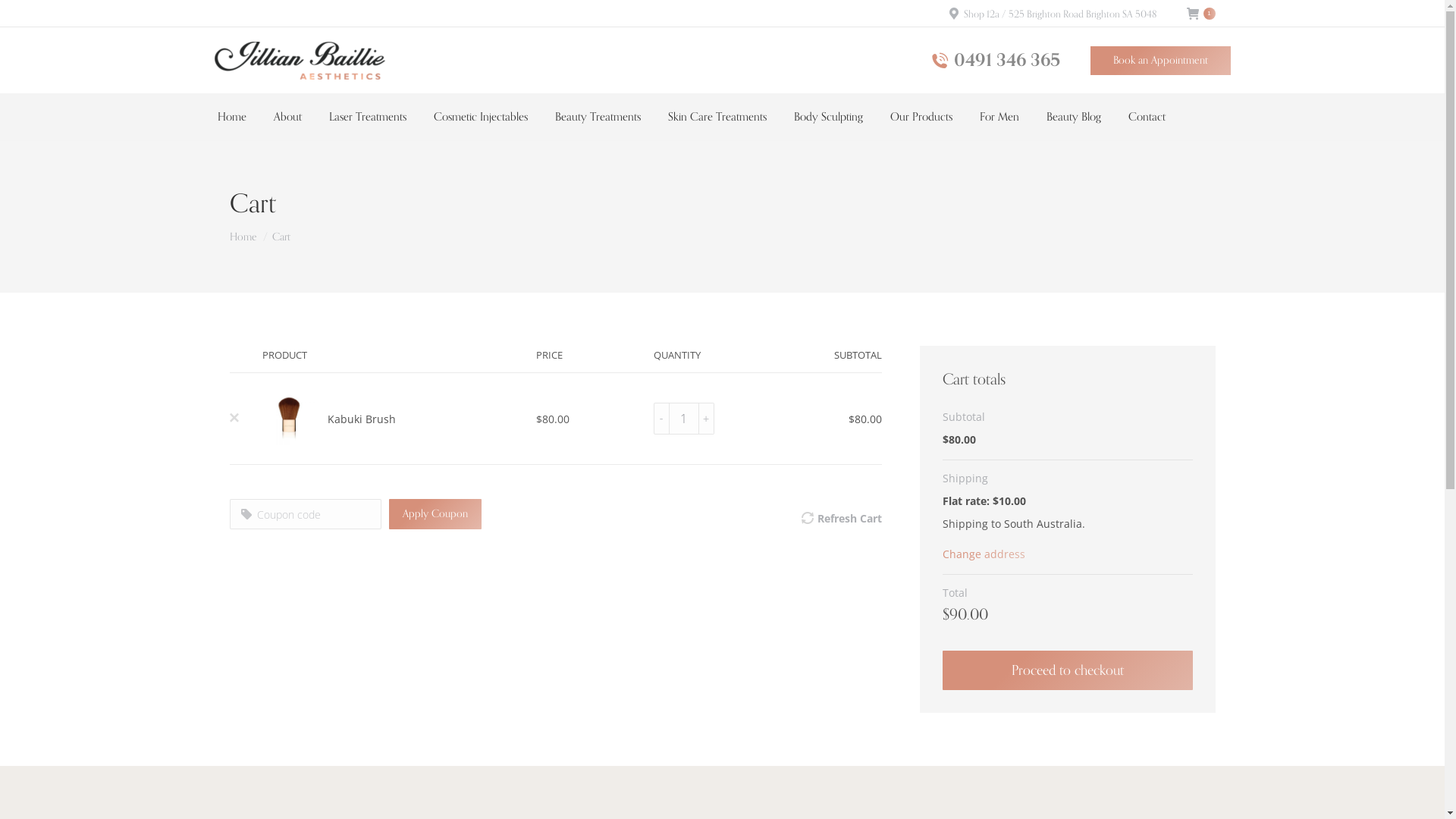  What do you see at coordinates (683, 418) in the screenshot?
I see `'Qty'` at bounding box center [683, 418].